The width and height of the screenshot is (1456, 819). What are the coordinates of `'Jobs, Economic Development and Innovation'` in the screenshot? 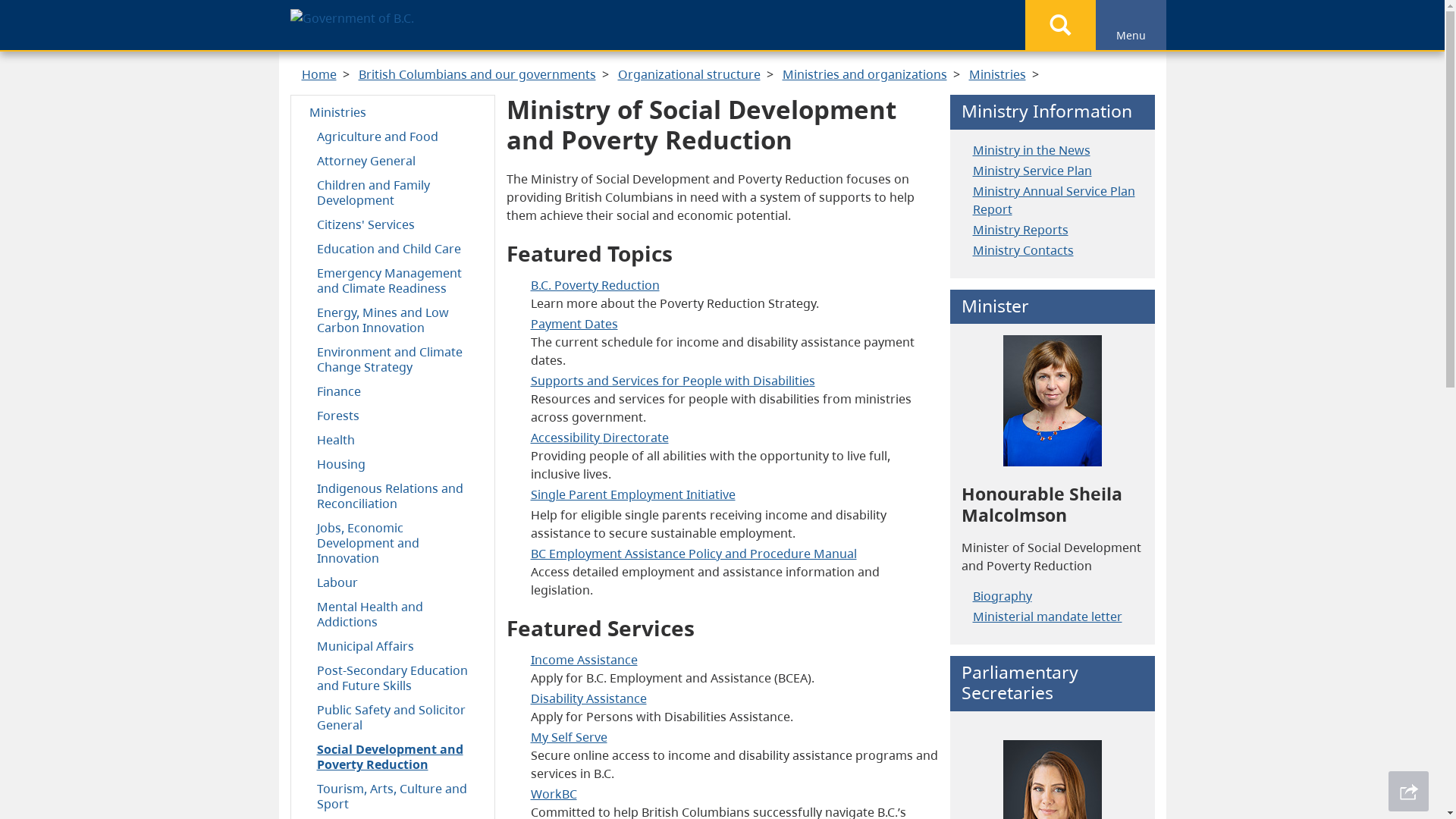 It's located at (393, 541).